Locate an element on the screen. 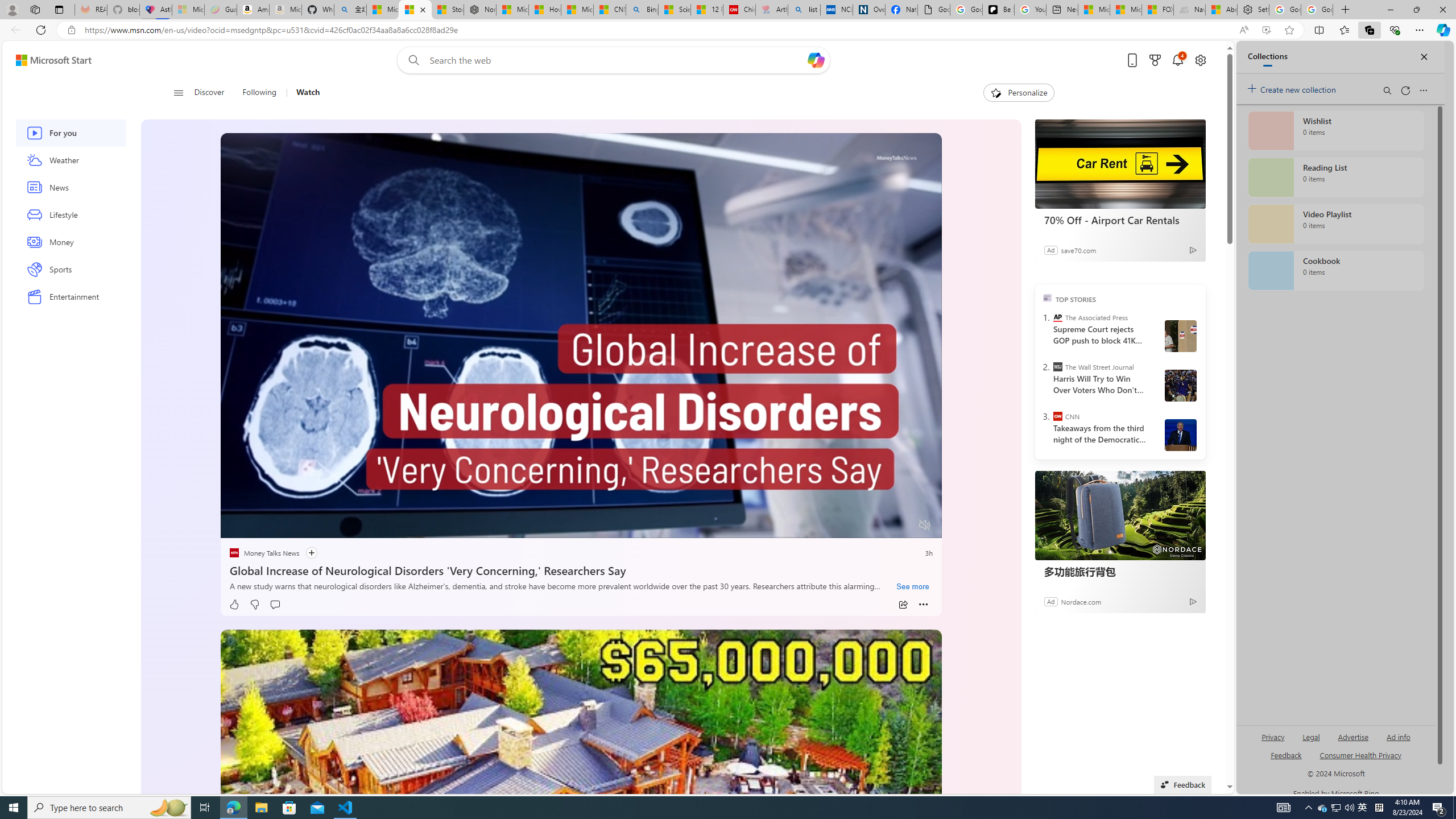 The image size is (1456, 819). 'Follow' is located at coordinates (305, 553).